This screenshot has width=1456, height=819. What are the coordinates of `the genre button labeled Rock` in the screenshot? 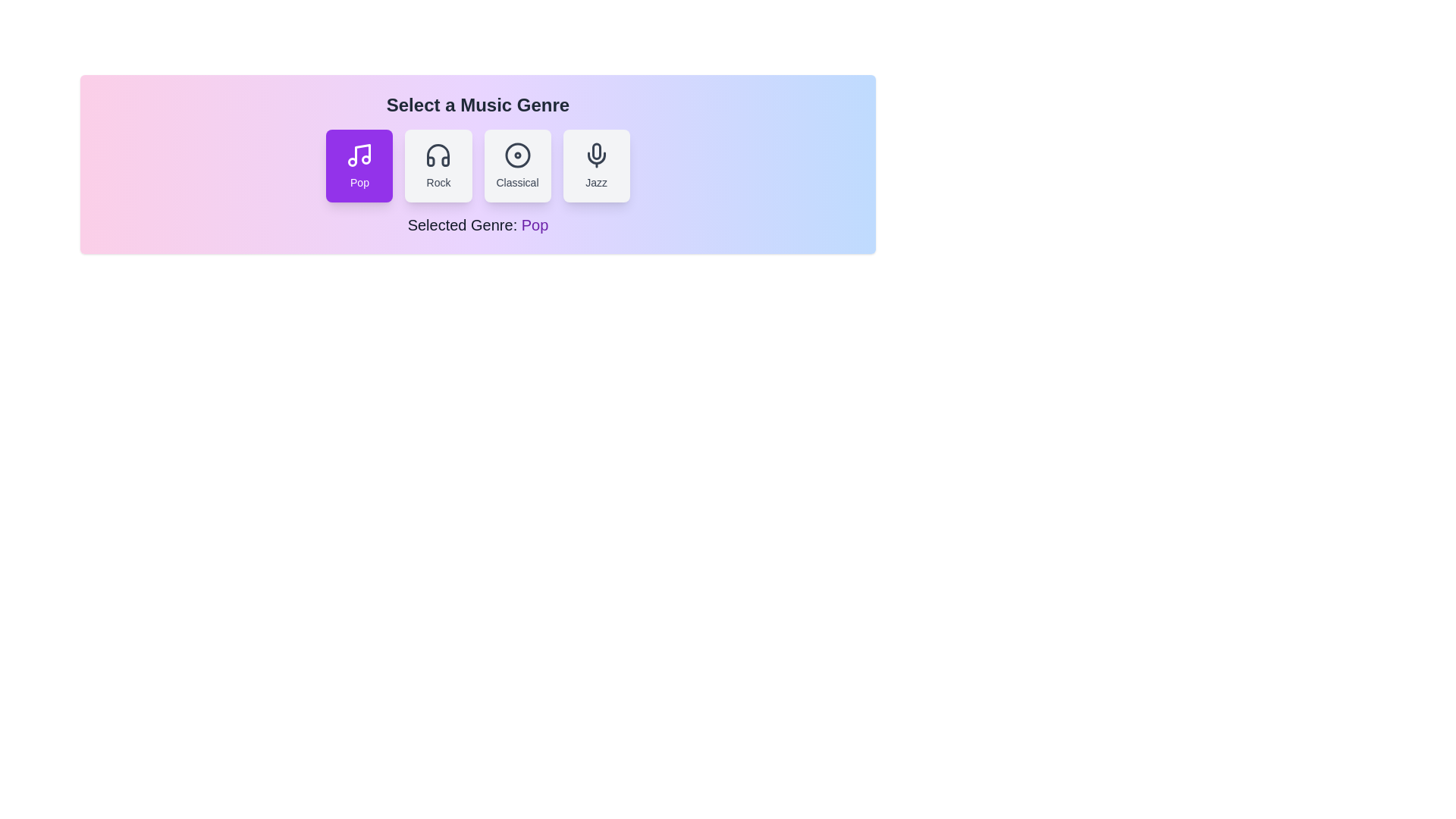 It's located at (437, 166).